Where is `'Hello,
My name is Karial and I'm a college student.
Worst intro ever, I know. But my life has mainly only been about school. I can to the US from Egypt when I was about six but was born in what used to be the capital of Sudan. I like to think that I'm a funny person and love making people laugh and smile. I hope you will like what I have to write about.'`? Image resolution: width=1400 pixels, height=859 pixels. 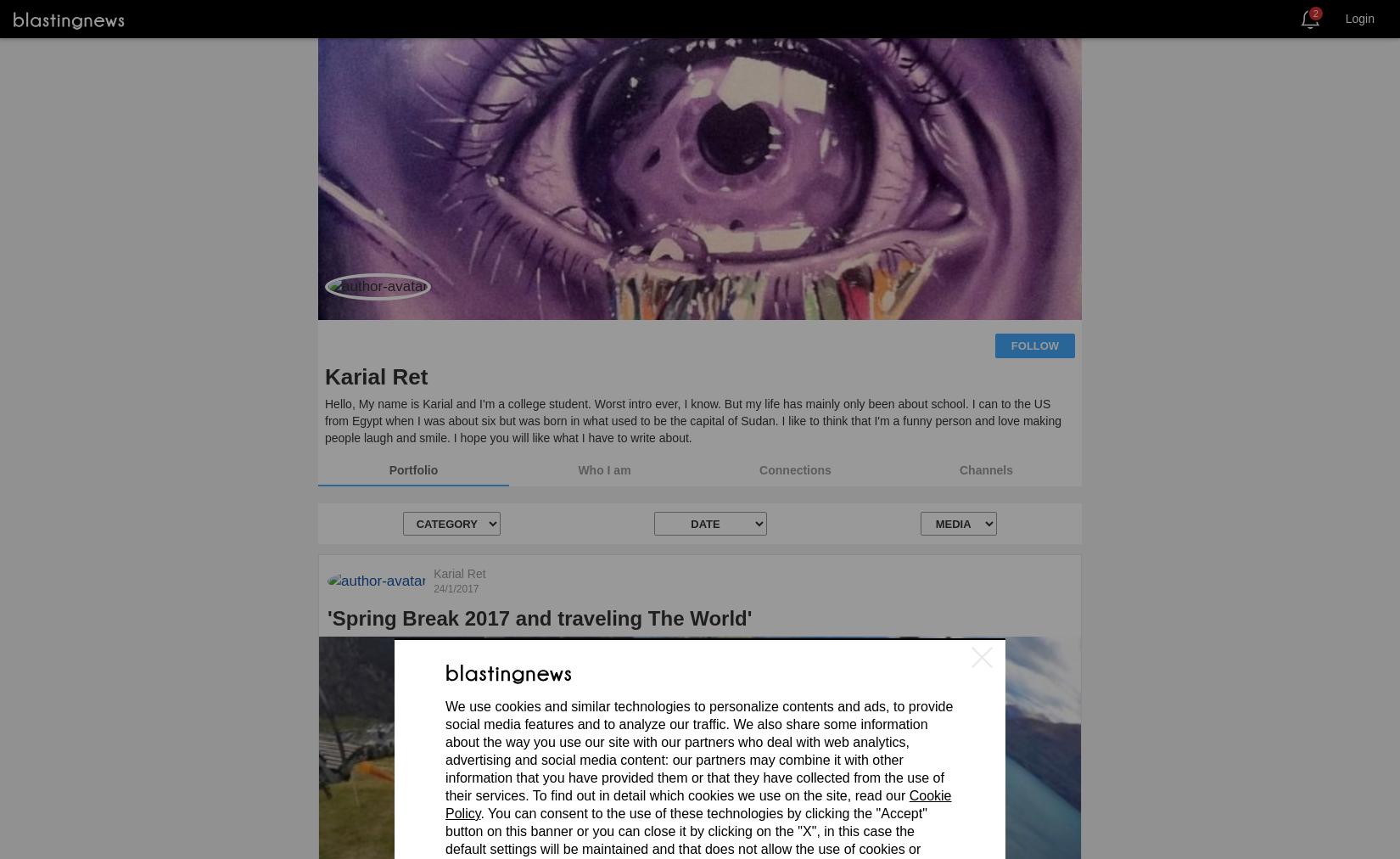 'Hello,
My name is Karial and I'm a college student.
Worst intro ever, I know. But my life has mainly only been about school. I can to the US from Egypt when I was about six but was born in what used to be the capital of Sudan. I like to think that I'm a funny person and love making people laugh and smile. I hope you will like what I have to write about.' is located at coordinates (692, 420).